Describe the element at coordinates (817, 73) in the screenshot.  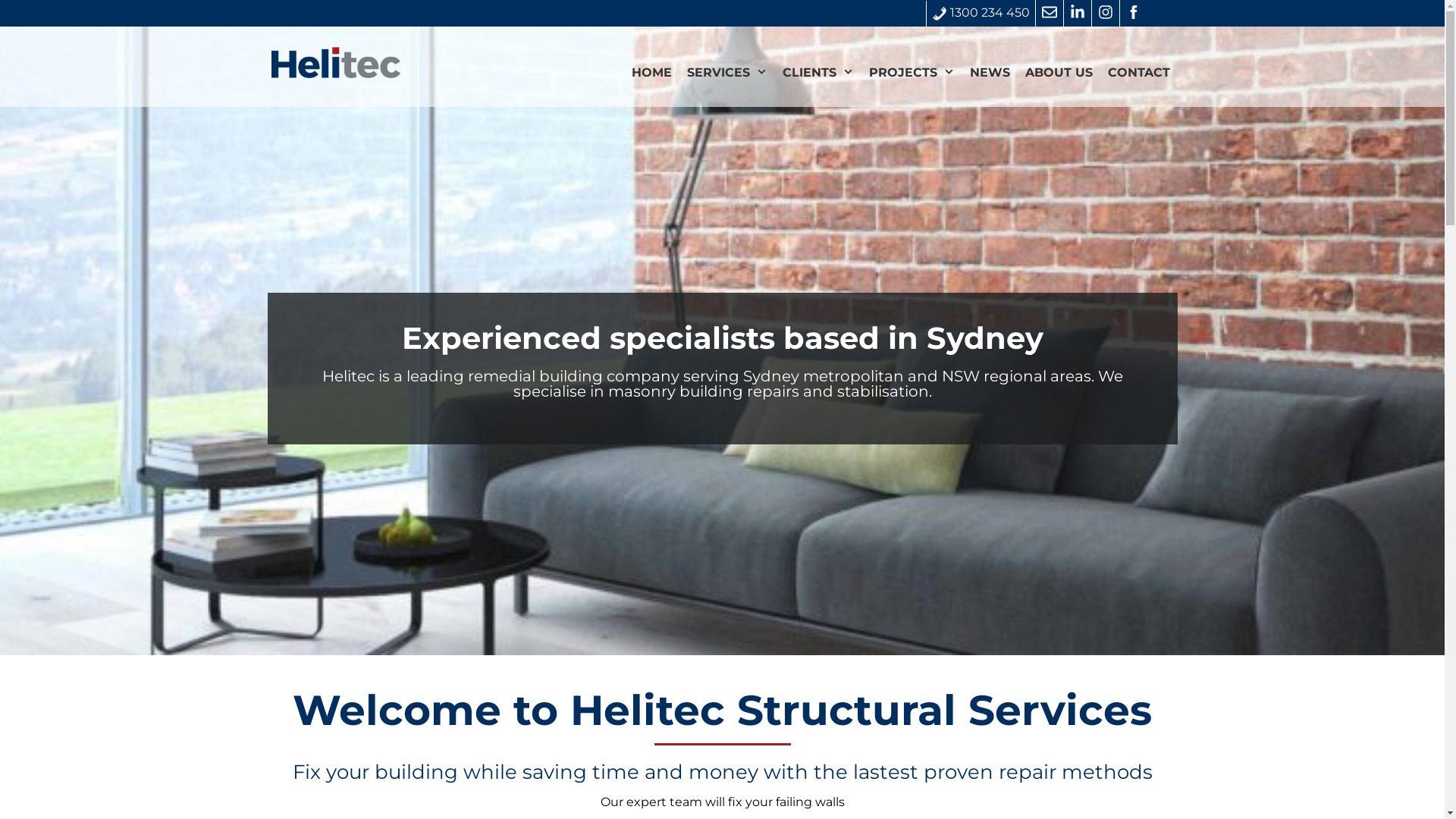
I see `'CLIENTS'` at that location.